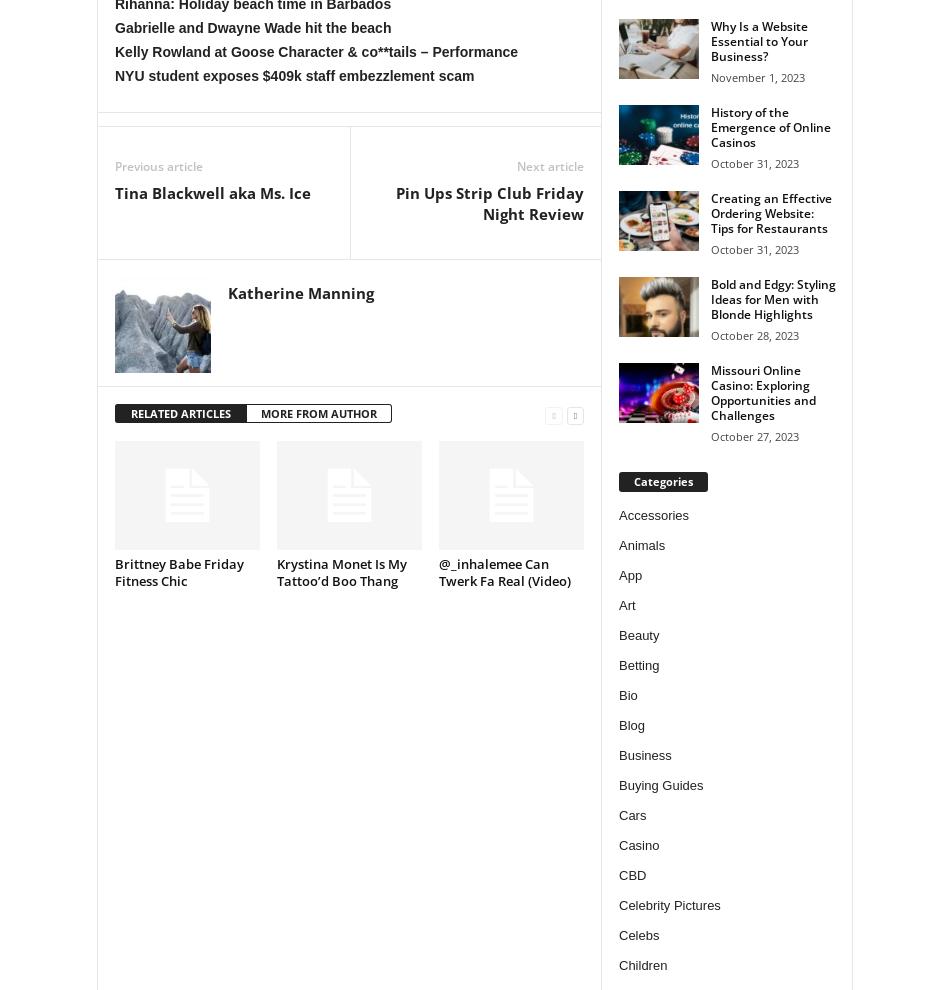 This screenshot has width=950, height=990. Describe the element at coordinates (619, 754) in the screenshot. I see `'Business'` at that location.